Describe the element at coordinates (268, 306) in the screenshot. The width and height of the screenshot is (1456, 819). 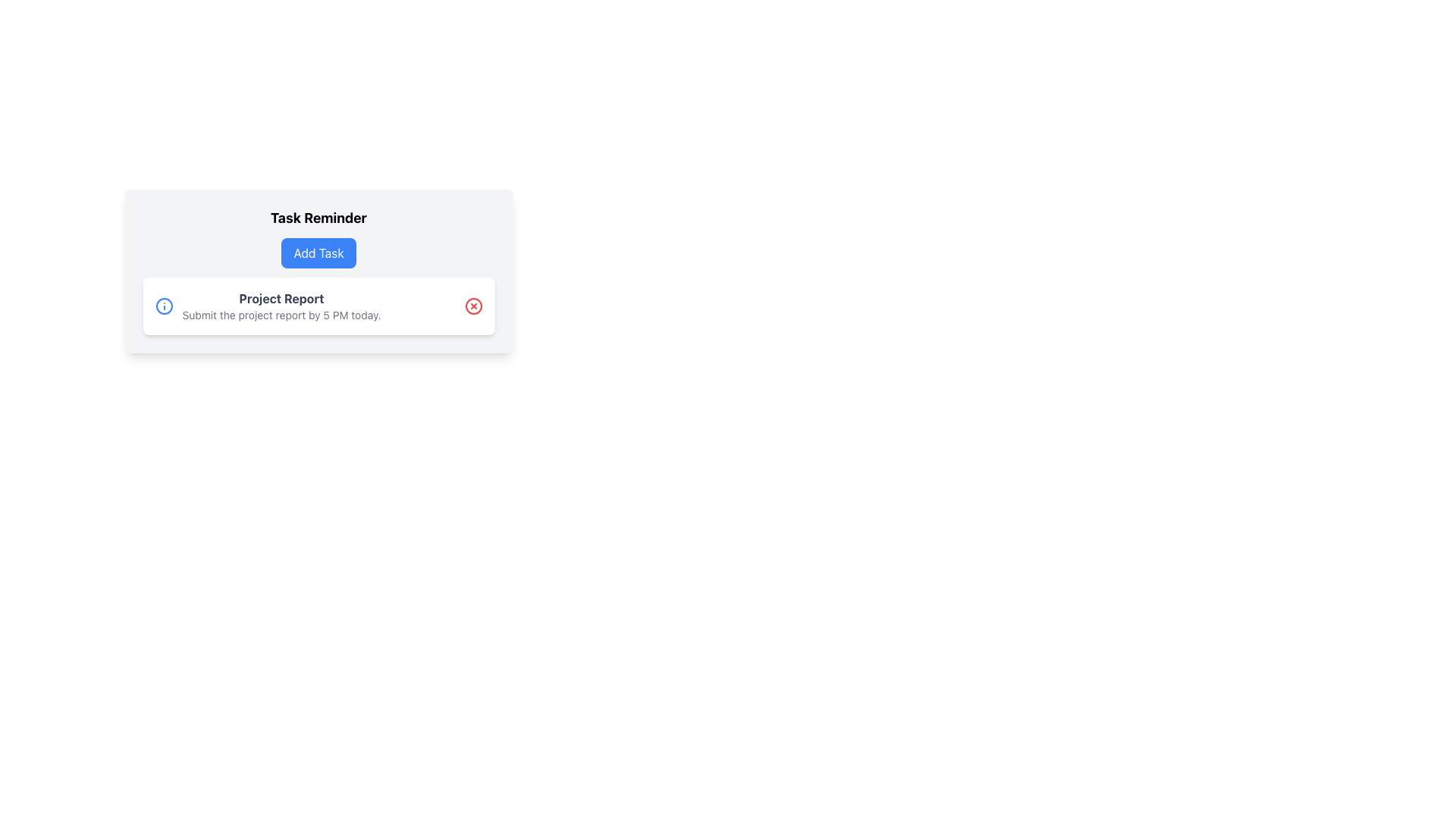
I see `displayed information from the informational text block titled 'Project Report', which includes a subtext about submitting the project report by 5 PM today` at that location.